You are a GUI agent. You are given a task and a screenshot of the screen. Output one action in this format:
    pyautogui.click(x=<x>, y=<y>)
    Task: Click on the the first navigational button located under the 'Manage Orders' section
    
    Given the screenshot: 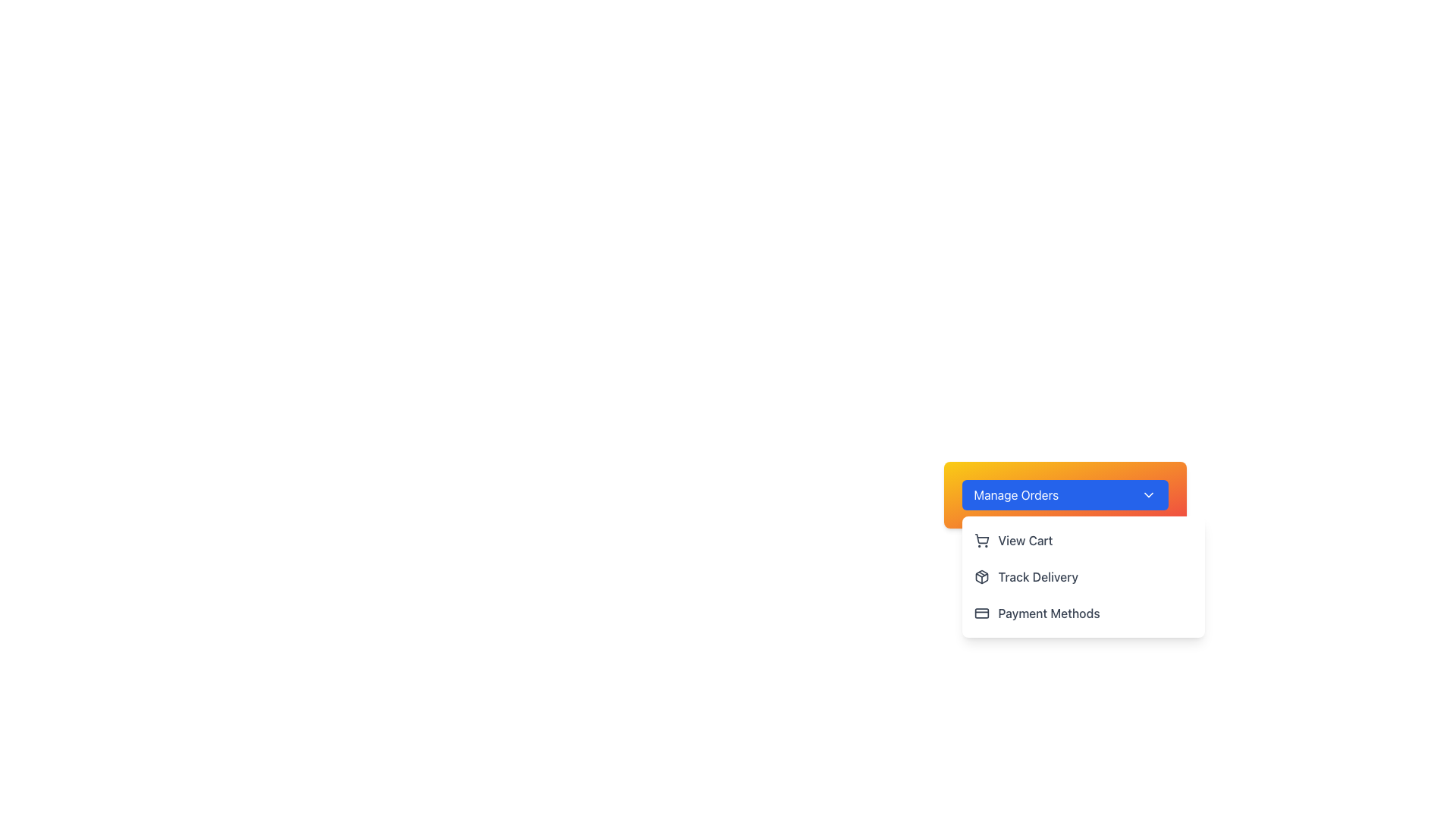 What is the action you would take?
    pyautogui.click(x=1082, y=540)
    